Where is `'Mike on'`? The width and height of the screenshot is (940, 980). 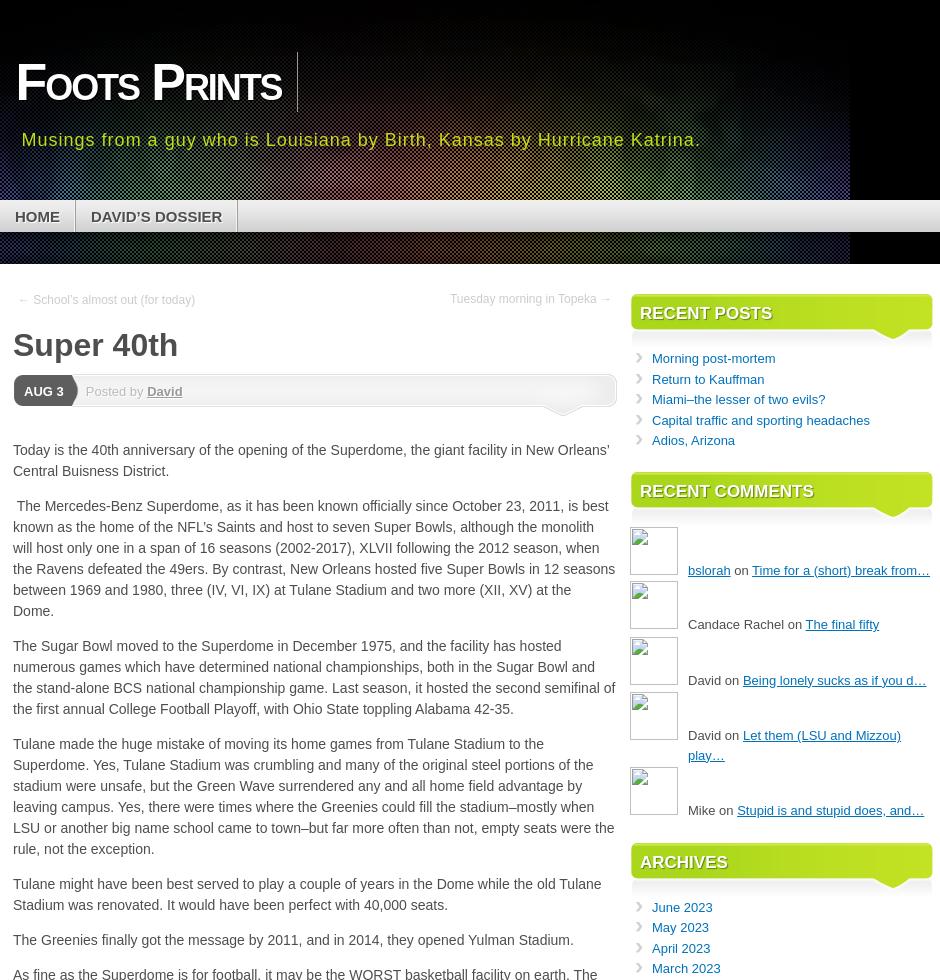
'Mike on' is located at coordinates (686, 810).